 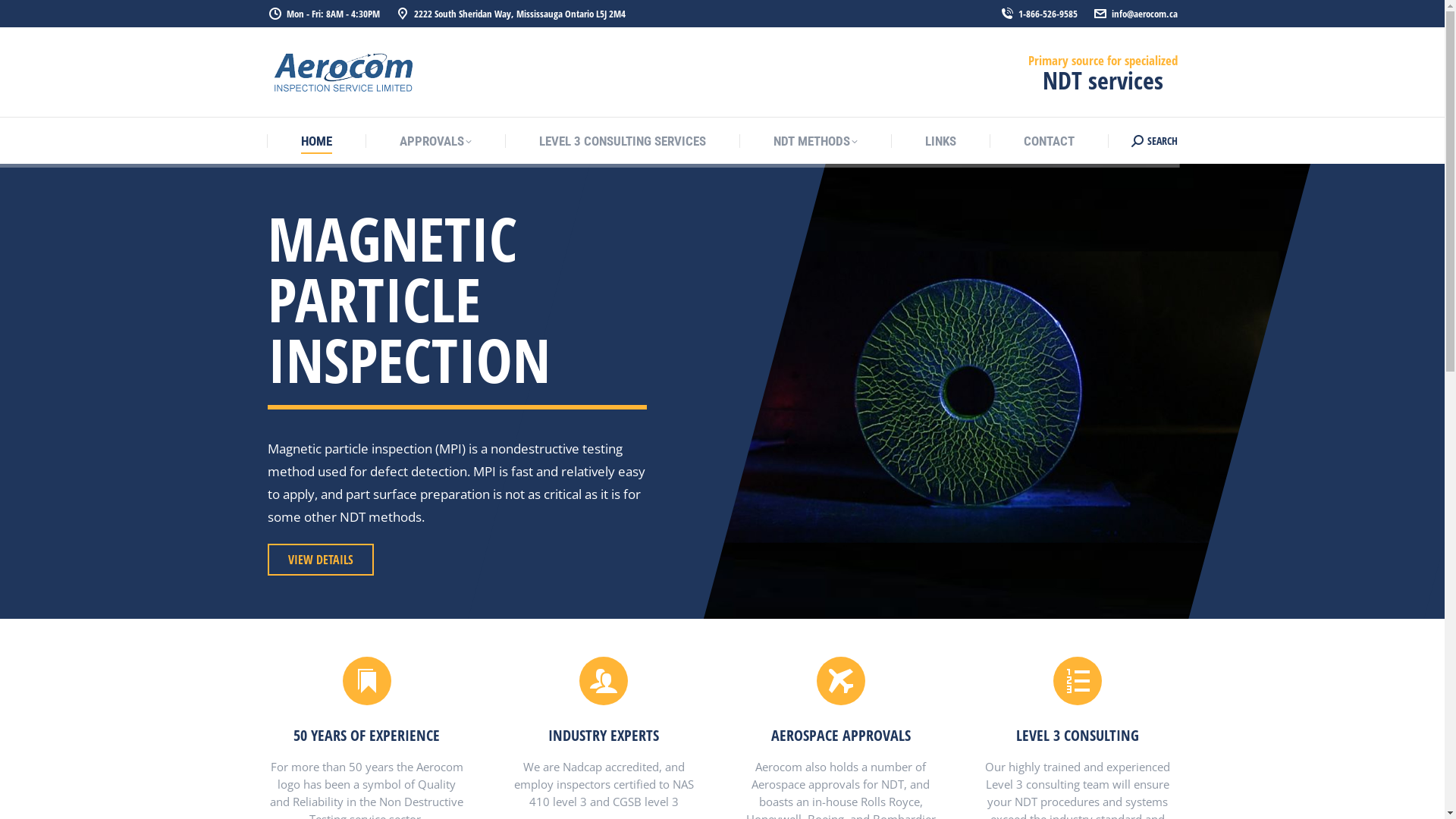 I want to click on 'HOME', so click(x=315, y=141).